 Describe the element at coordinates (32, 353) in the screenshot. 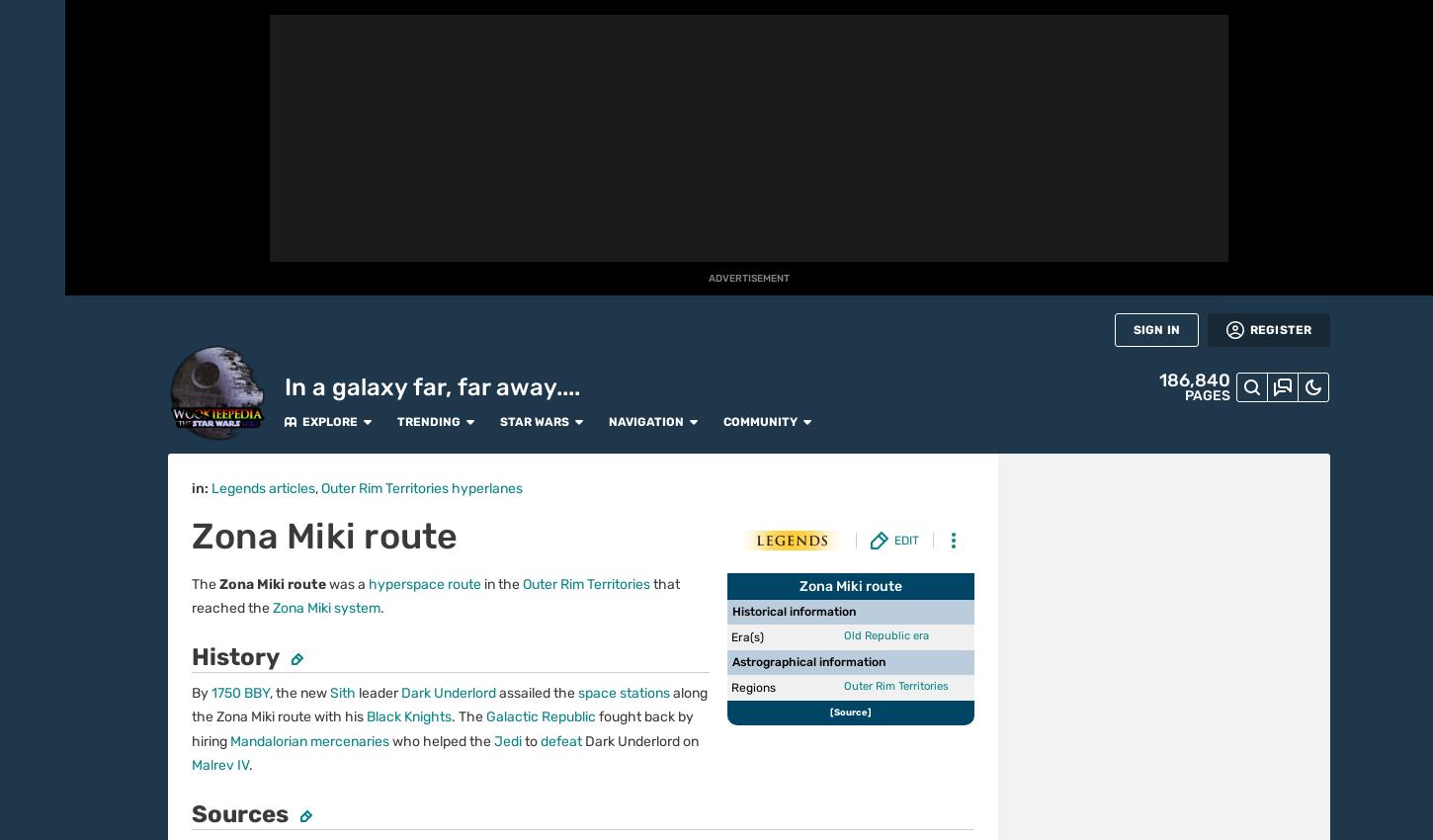

I see `'Anime'` at that location.